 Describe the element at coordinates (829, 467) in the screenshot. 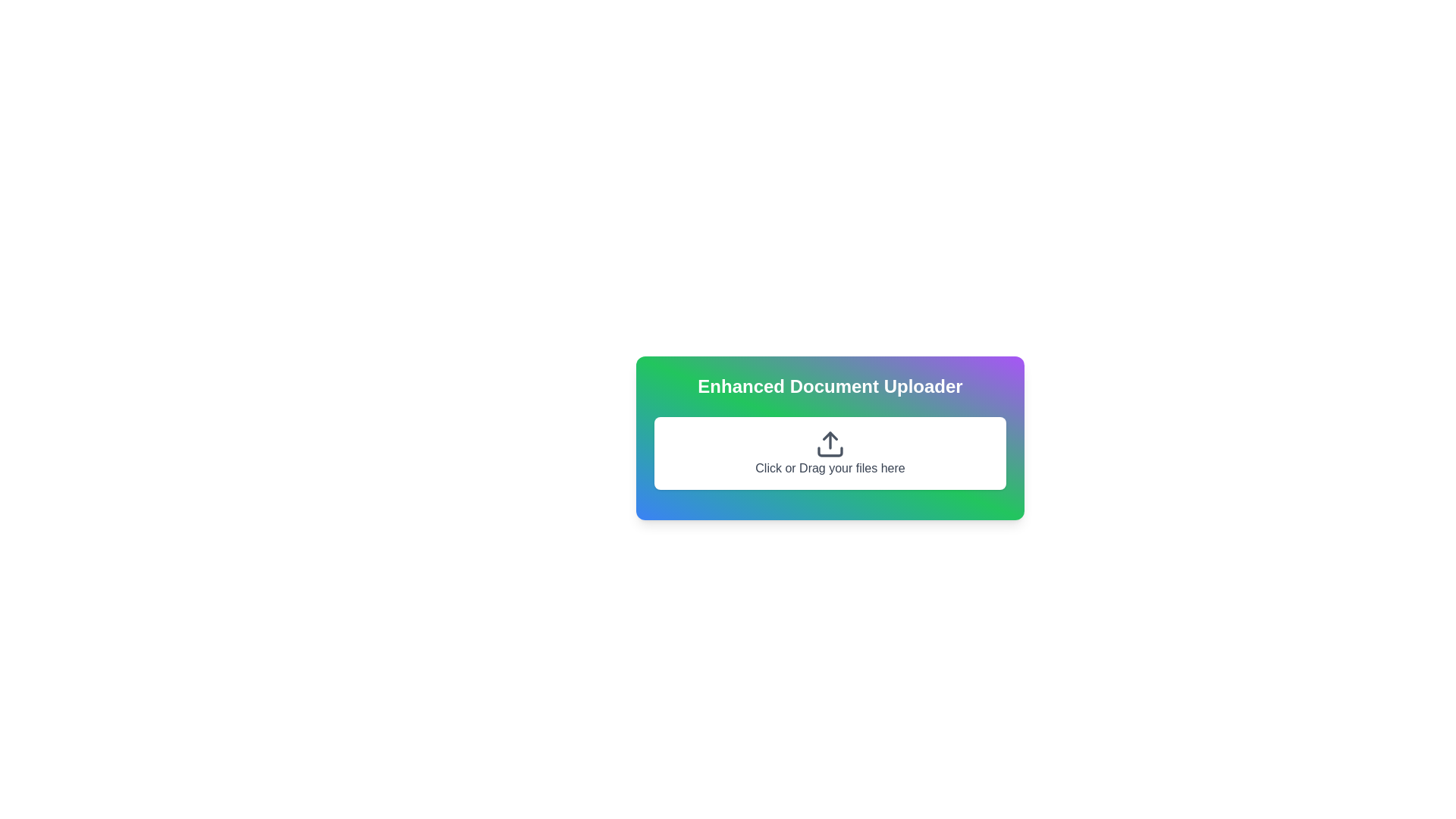

I see `the static text label that says 'Click or Drag your files here.' styled in gray within a white rounded box` at that location.